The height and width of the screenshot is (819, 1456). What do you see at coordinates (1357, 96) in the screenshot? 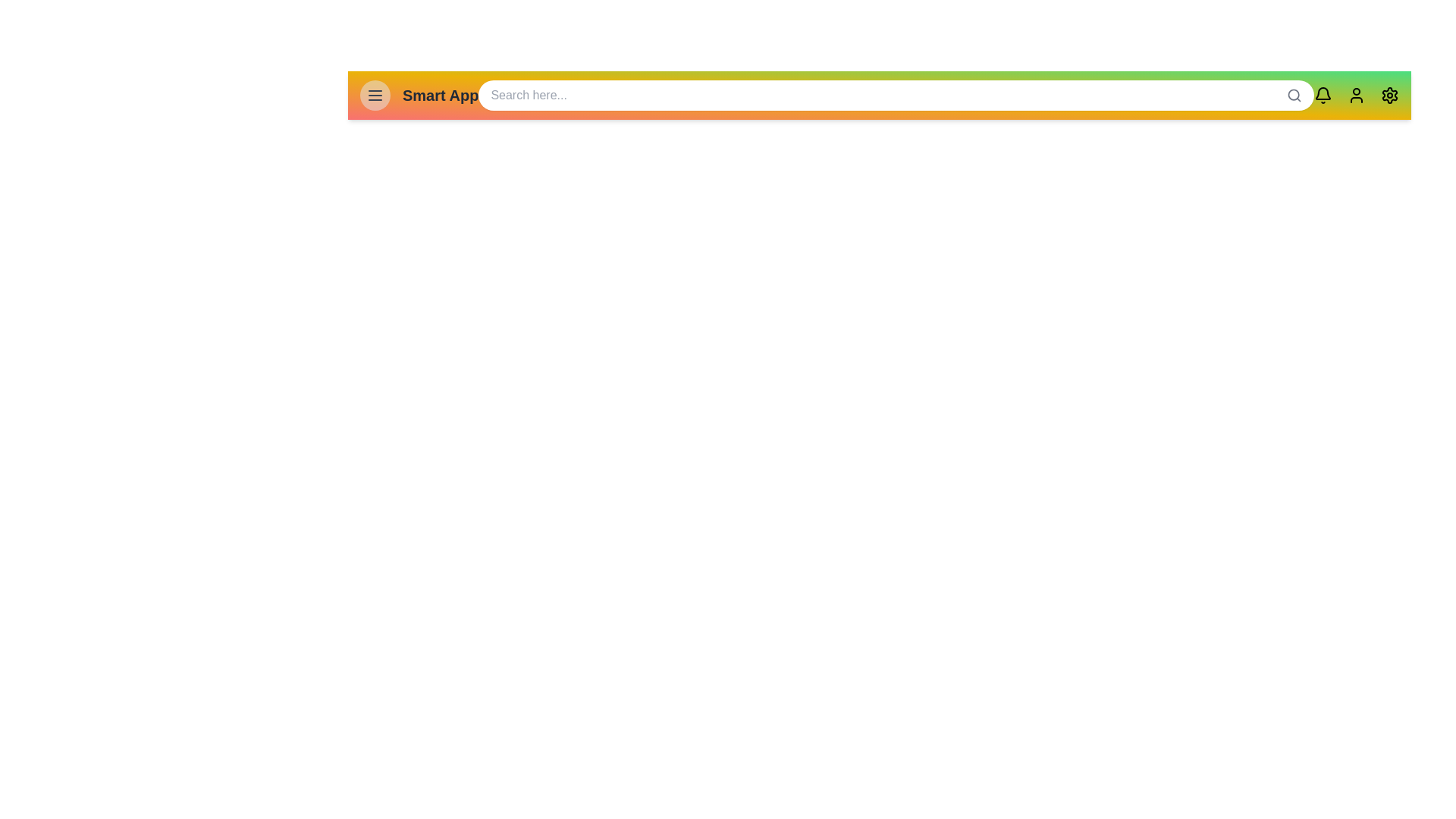
I see `the user icon to access user-related options` at bounding box center [1357, 96].